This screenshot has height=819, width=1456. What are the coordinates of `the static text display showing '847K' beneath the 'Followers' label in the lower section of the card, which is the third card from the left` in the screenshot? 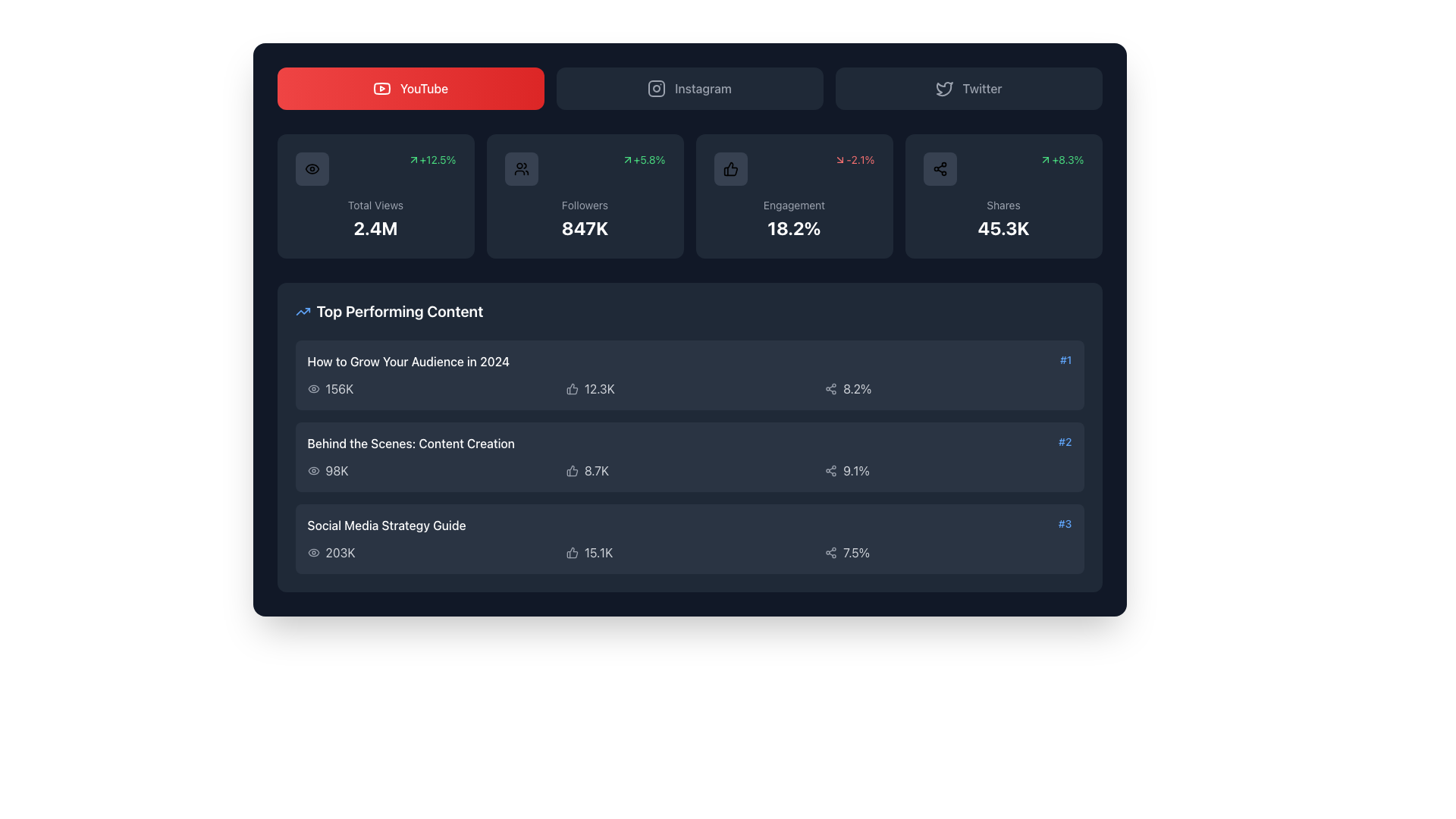 It's located at (584, 227).